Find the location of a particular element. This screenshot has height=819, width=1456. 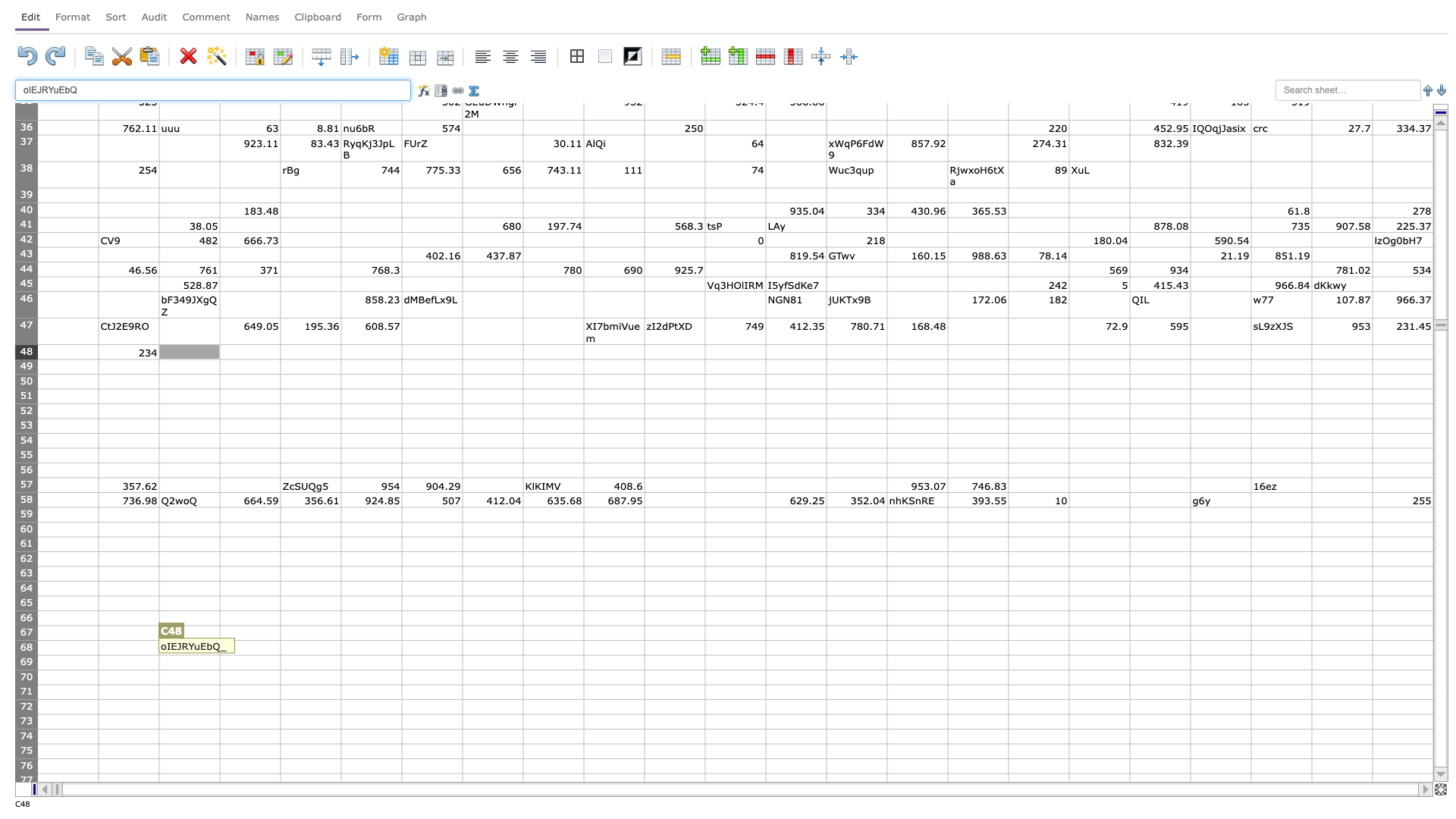

fill handle of E68 is located at coordinates (340, 654).